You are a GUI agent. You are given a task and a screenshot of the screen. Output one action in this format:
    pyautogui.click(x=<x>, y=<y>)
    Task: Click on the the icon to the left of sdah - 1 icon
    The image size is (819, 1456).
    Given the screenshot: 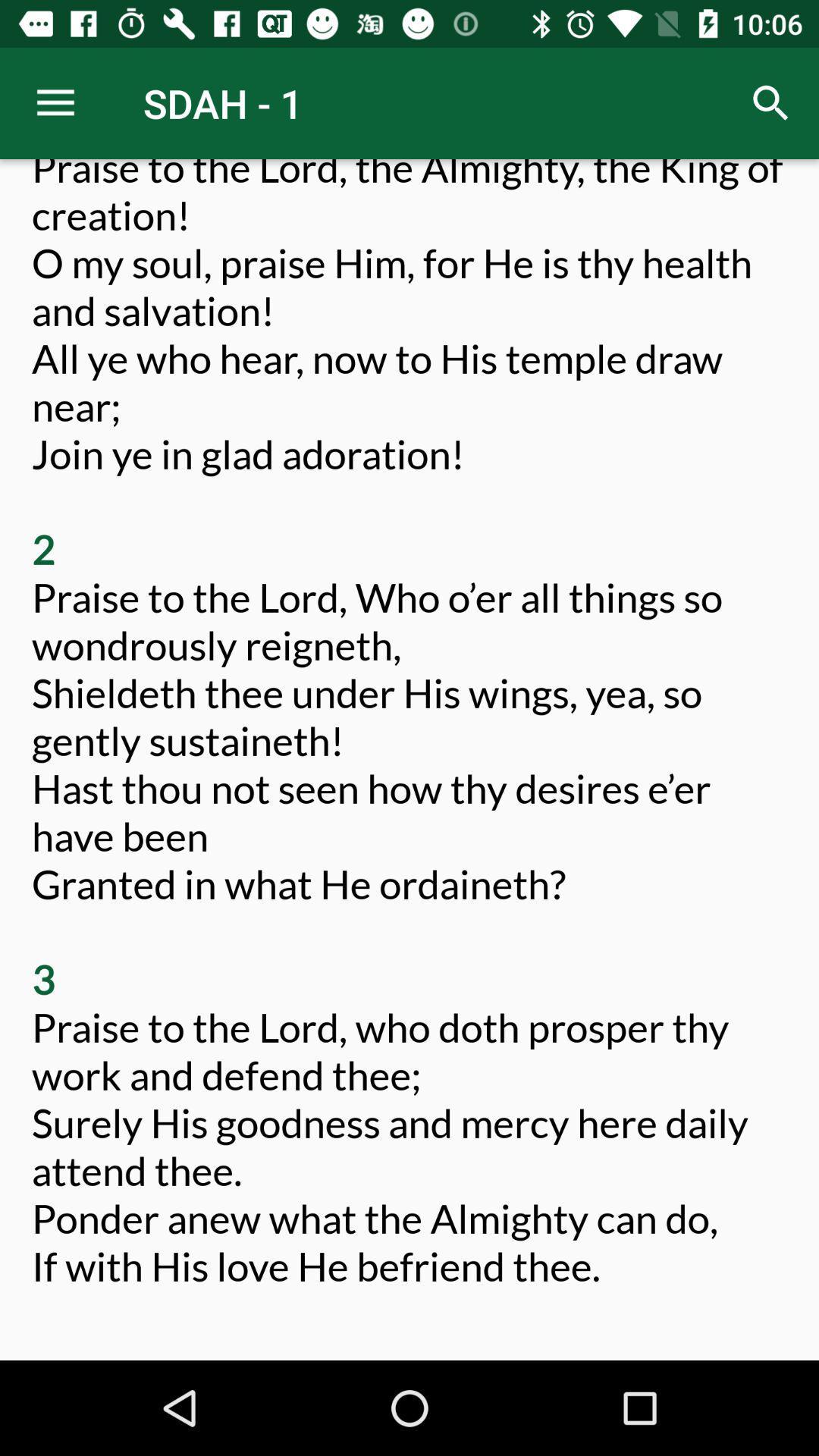 What is the action you would take?
    pyautogui.click(x=55, y=102)
    